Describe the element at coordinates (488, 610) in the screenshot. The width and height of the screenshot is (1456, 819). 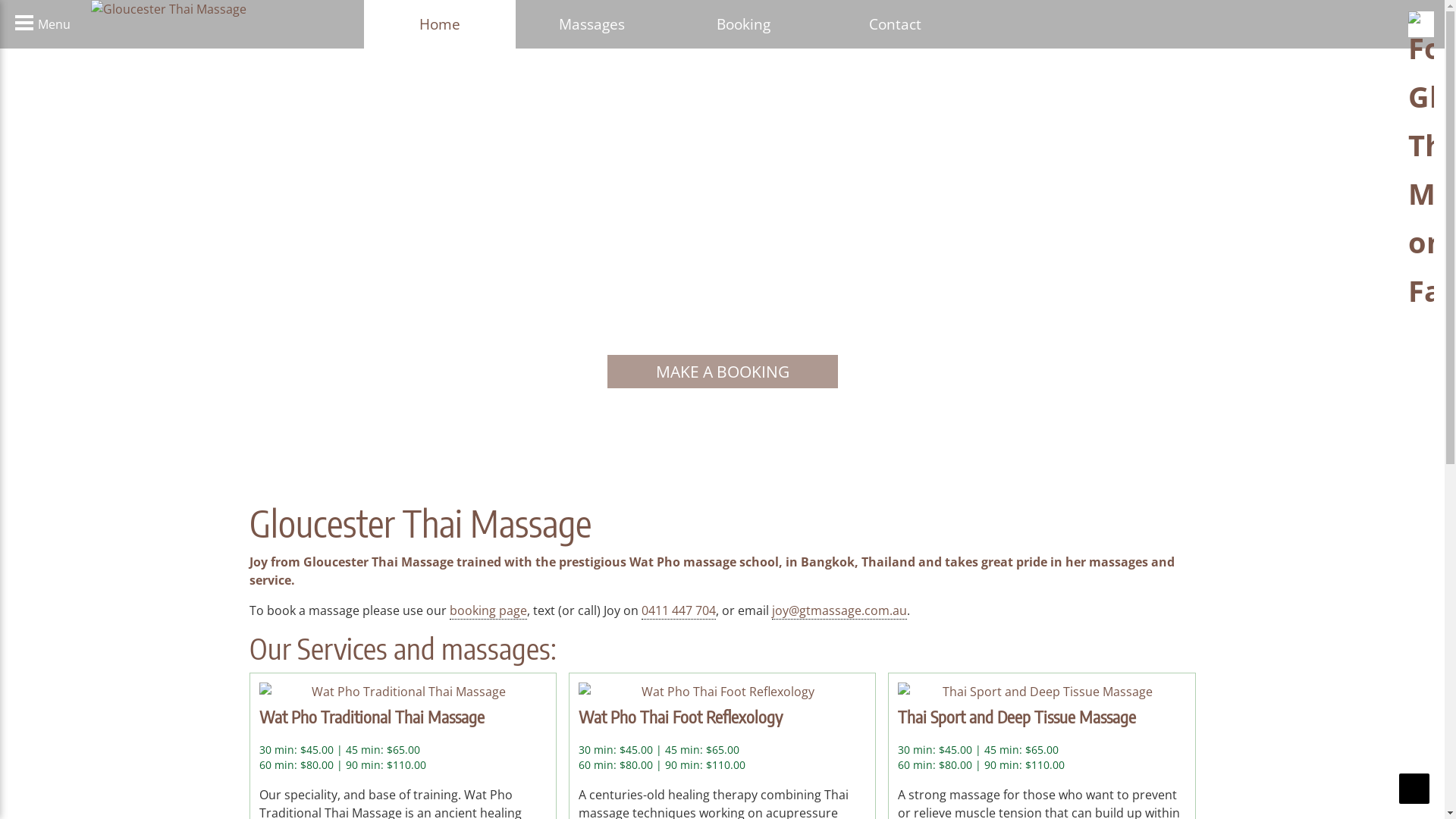
I see `'booking page'` at that location.